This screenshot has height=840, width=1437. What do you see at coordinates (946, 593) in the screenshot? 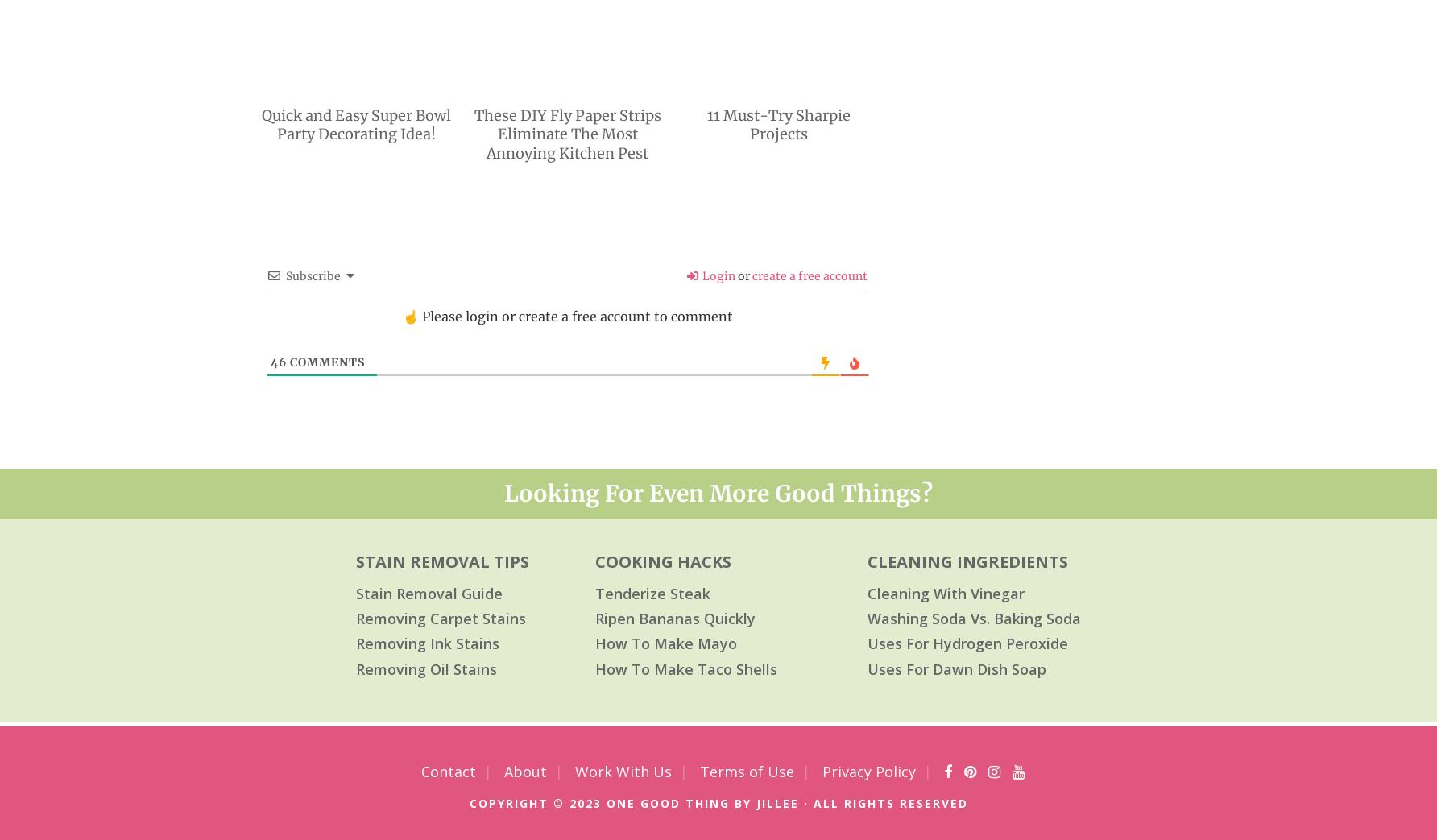
I see `'Cleaning With Vinegar'` at bounding box center [946, 593].